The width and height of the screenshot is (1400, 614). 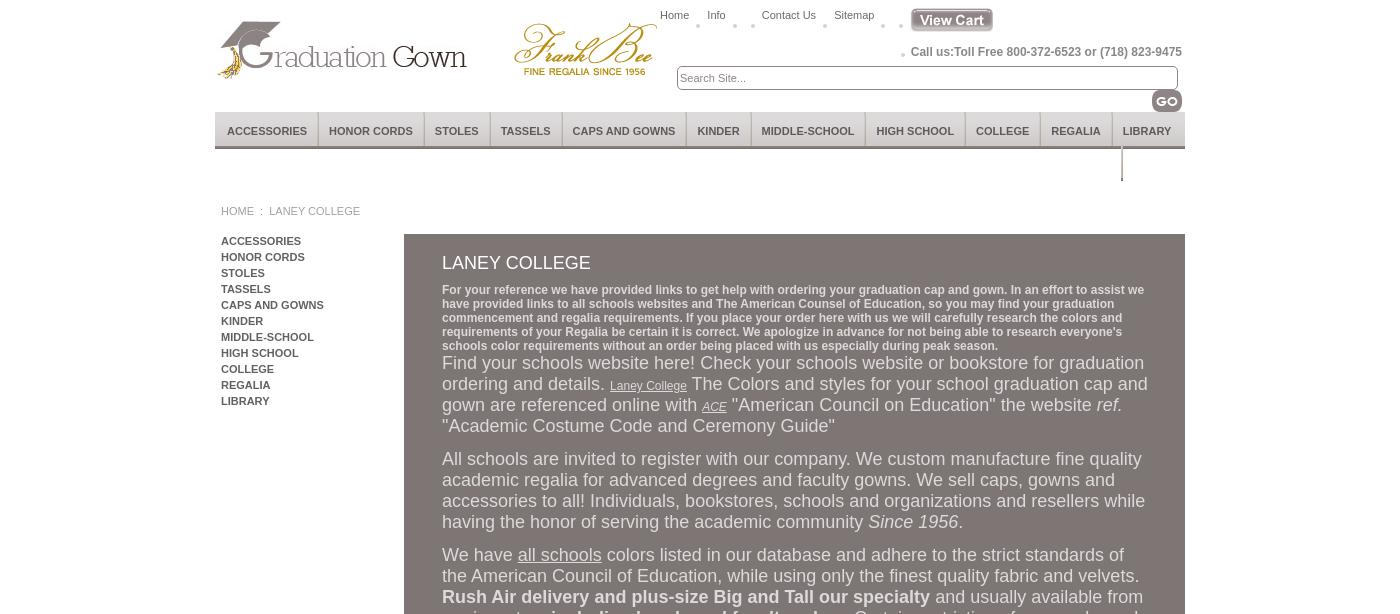 What do you see at coordinates (726, 404) in the screenshot?
I see `'"American Council on Education" the website'` at bounding box center [726, 404].